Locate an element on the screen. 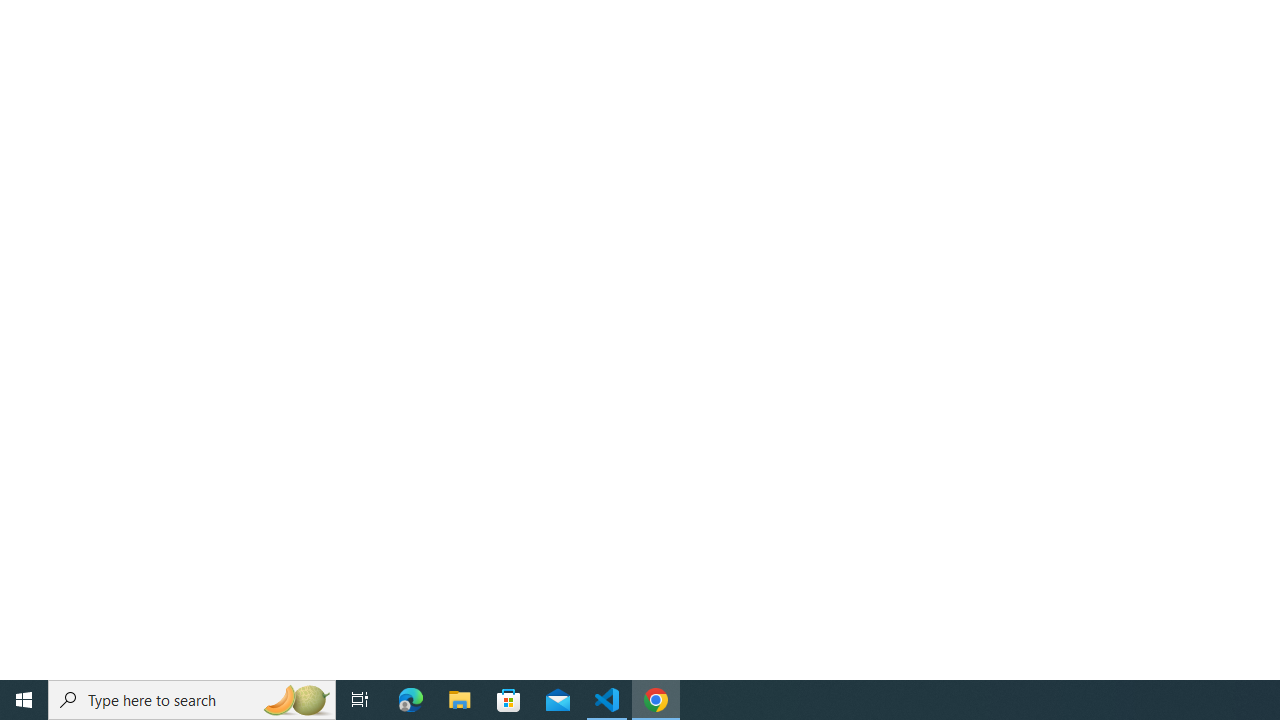 The width and height of the screenshot is (1280, 720). 'Microsoft Store' is located at coordinates (509, 698).